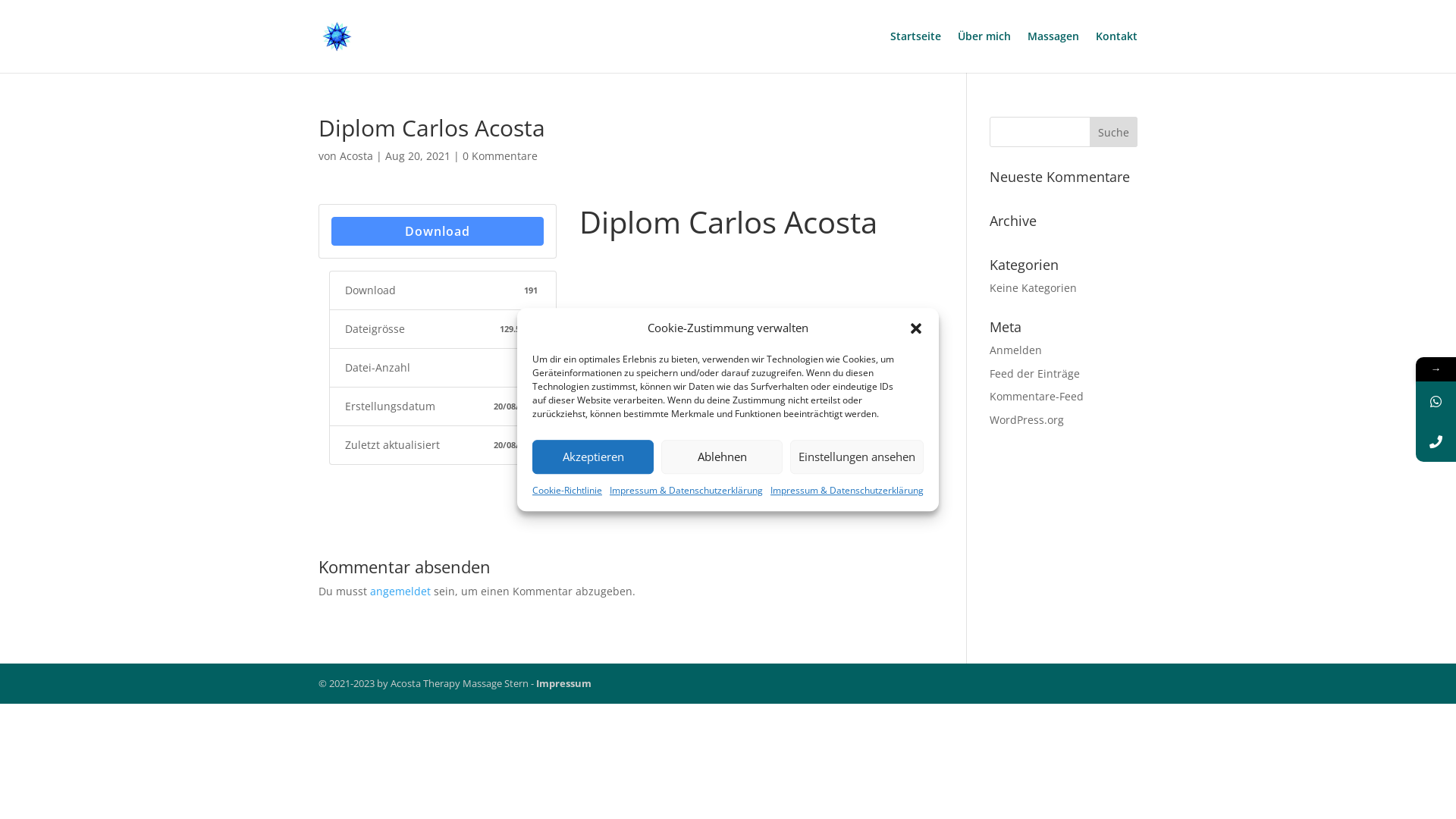 This screenshot has width=1456, height=819. Describe the element at coordinates (356, 155) in the screenshot. I see `'Acosta'` at that location.